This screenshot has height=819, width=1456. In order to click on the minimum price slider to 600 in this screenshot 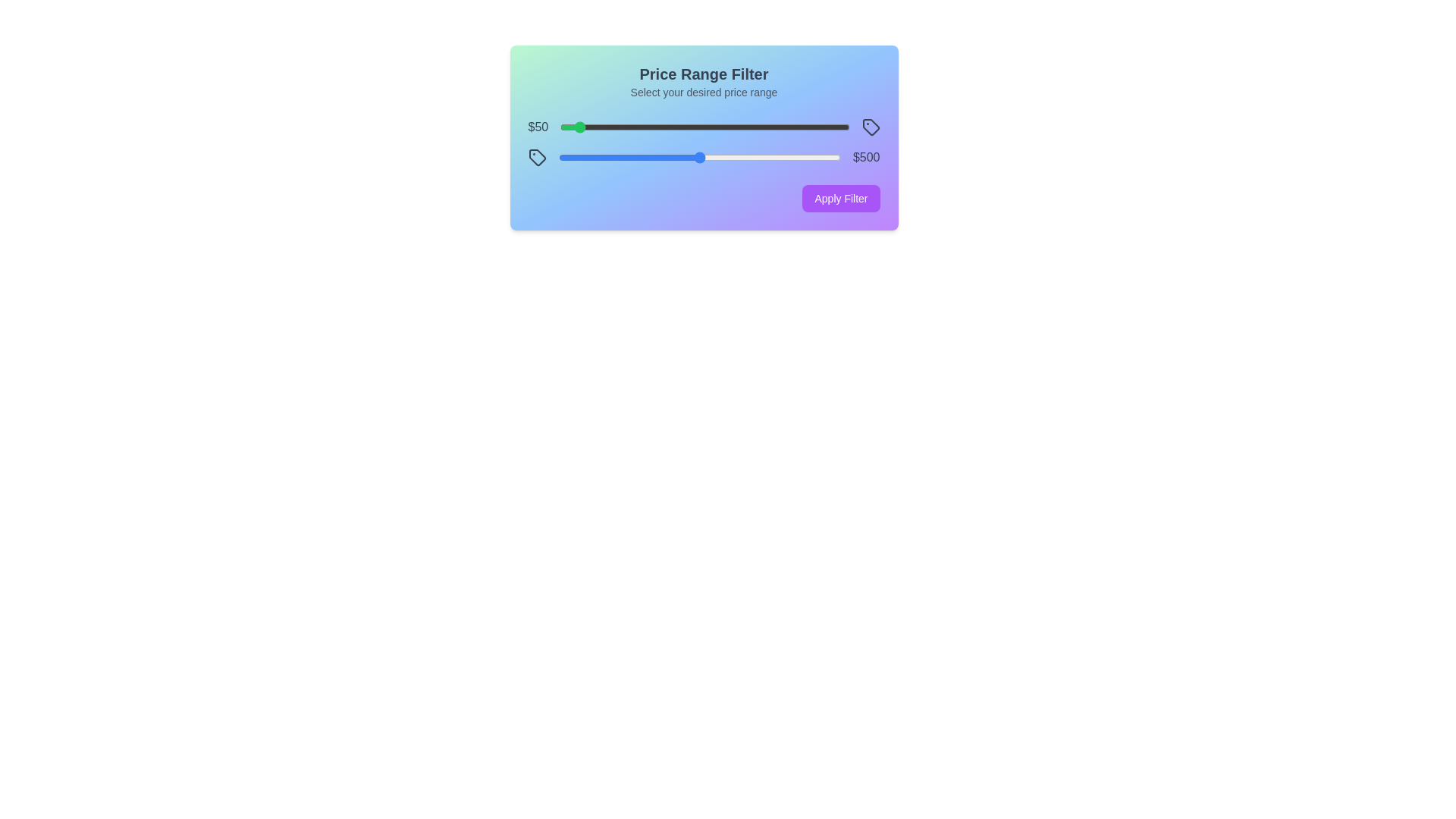, I will do `click(734, 127)`.